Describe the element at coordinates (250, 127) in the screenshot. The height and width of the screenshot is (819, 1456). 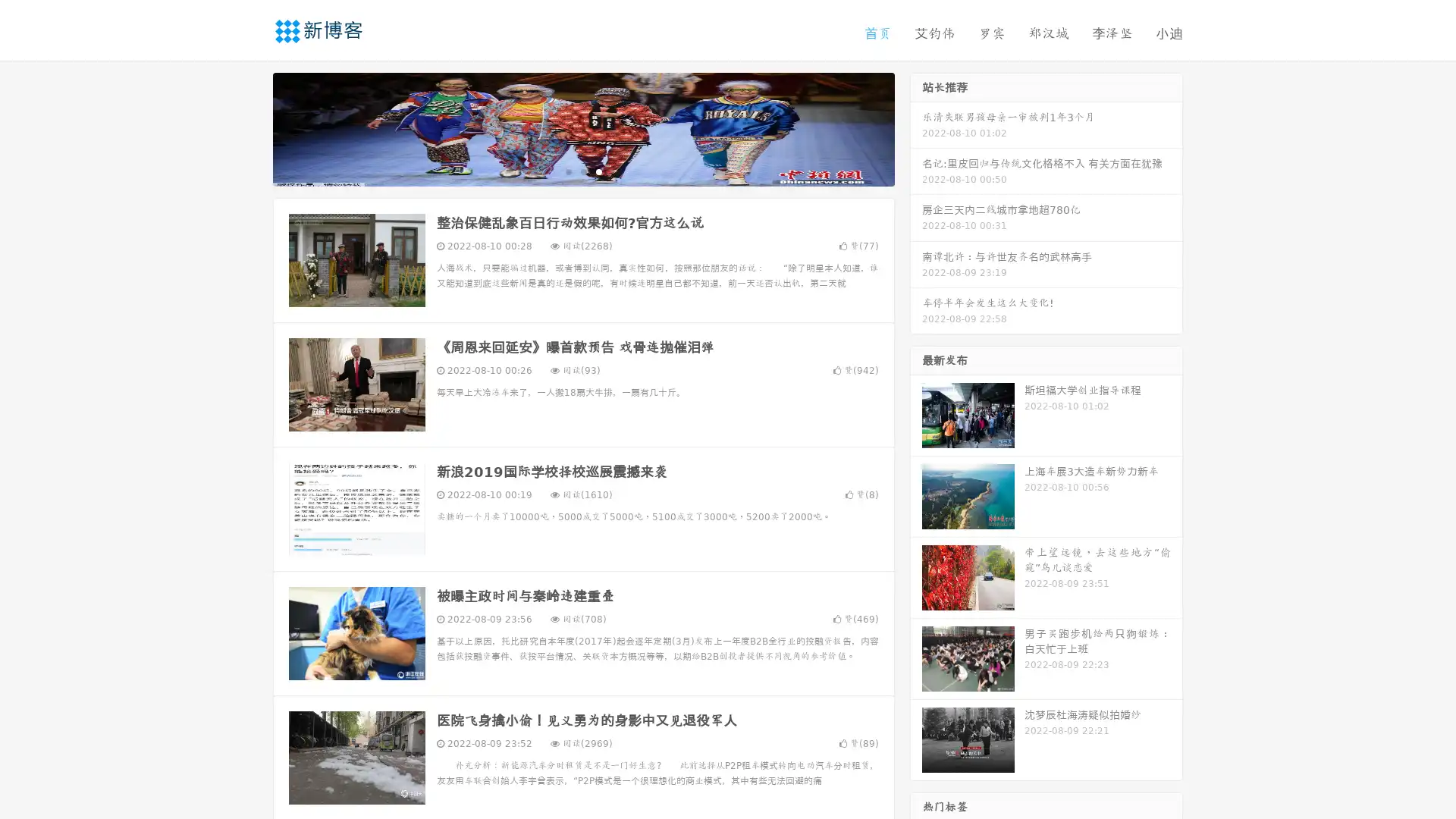
I see `Previous slide` at that location.